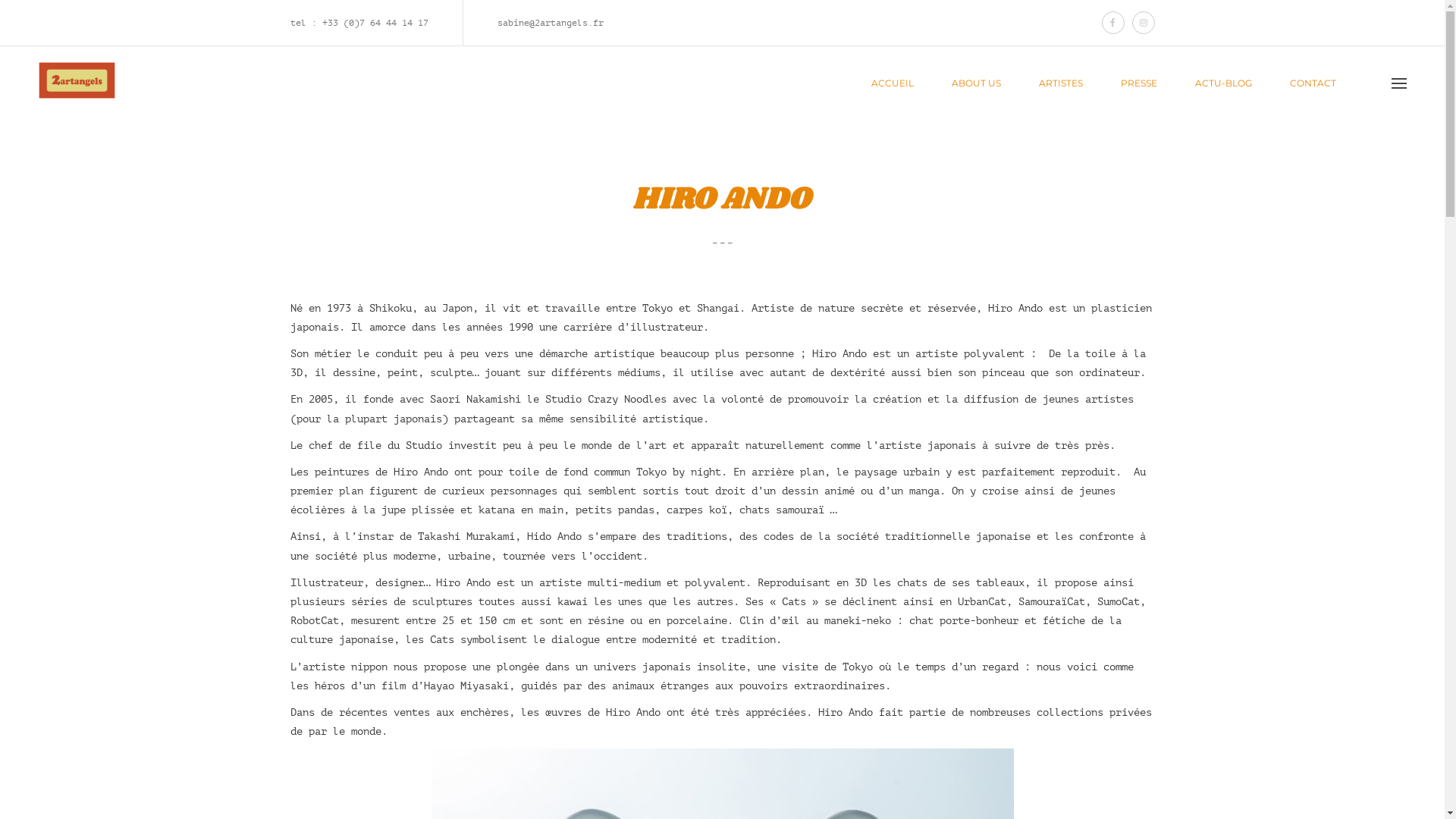 The image size is (1456, 819). What do you see at coordinates (497, 23) in the screenshot?
I see `'sabine@2artangels.fr'` at bounding box center [497, 23].